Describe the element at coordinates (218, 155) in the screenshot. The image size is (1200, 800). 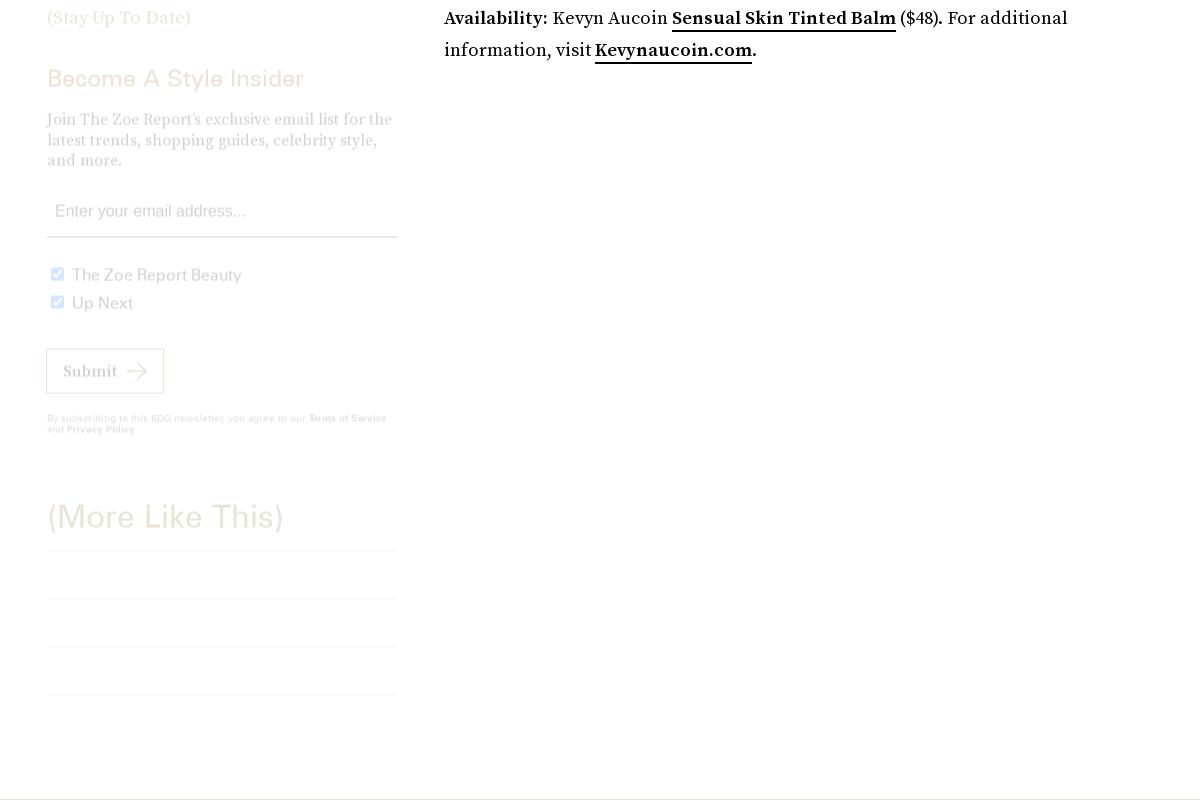
I see `'Join The Zoe Report’s exclusive email list for the latest trends, shopping guides, celebrity style, and more.'` at that location.